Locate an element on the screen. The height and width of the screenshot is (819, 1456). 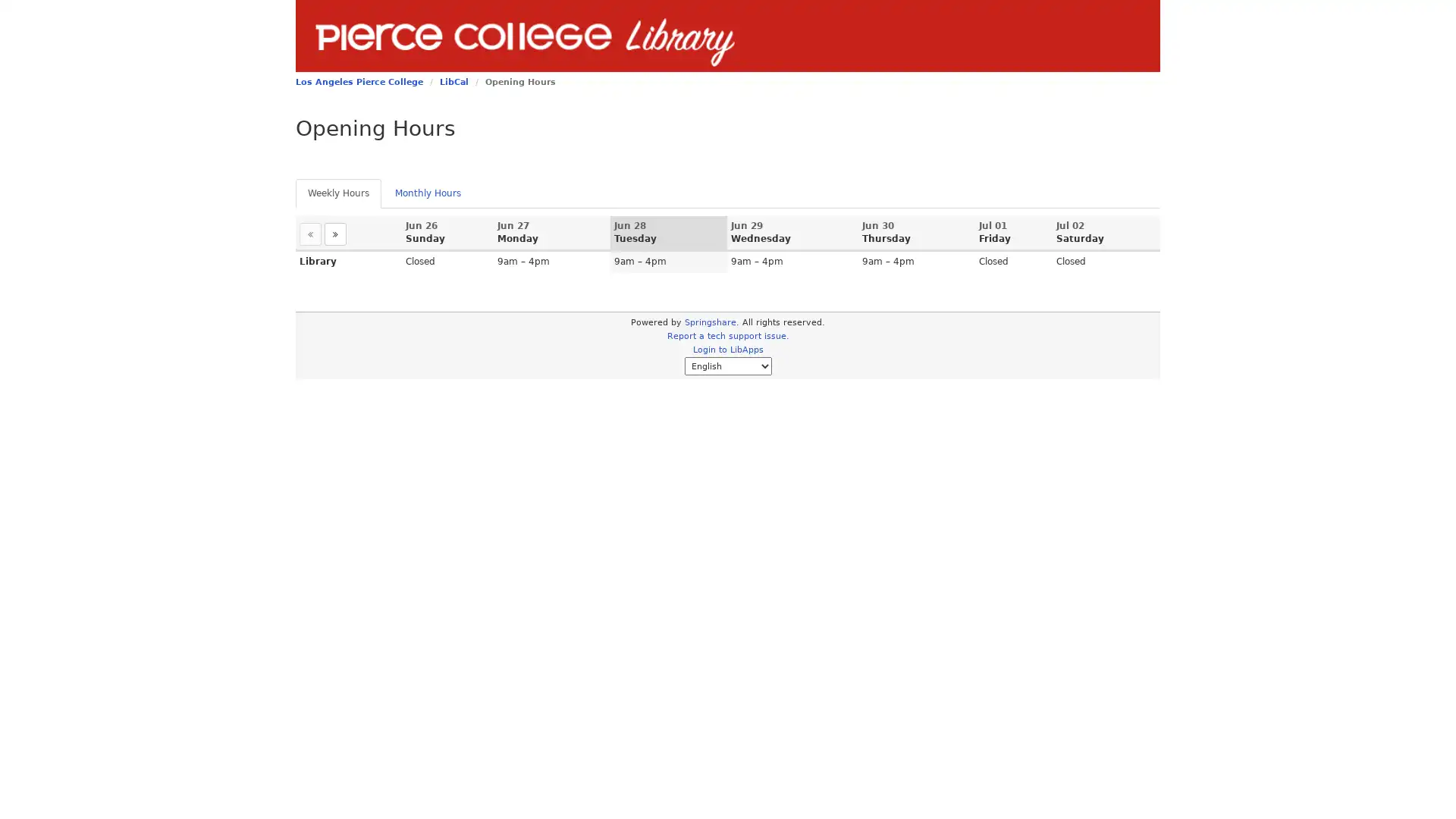
Next is located at coordinates (334, 234).